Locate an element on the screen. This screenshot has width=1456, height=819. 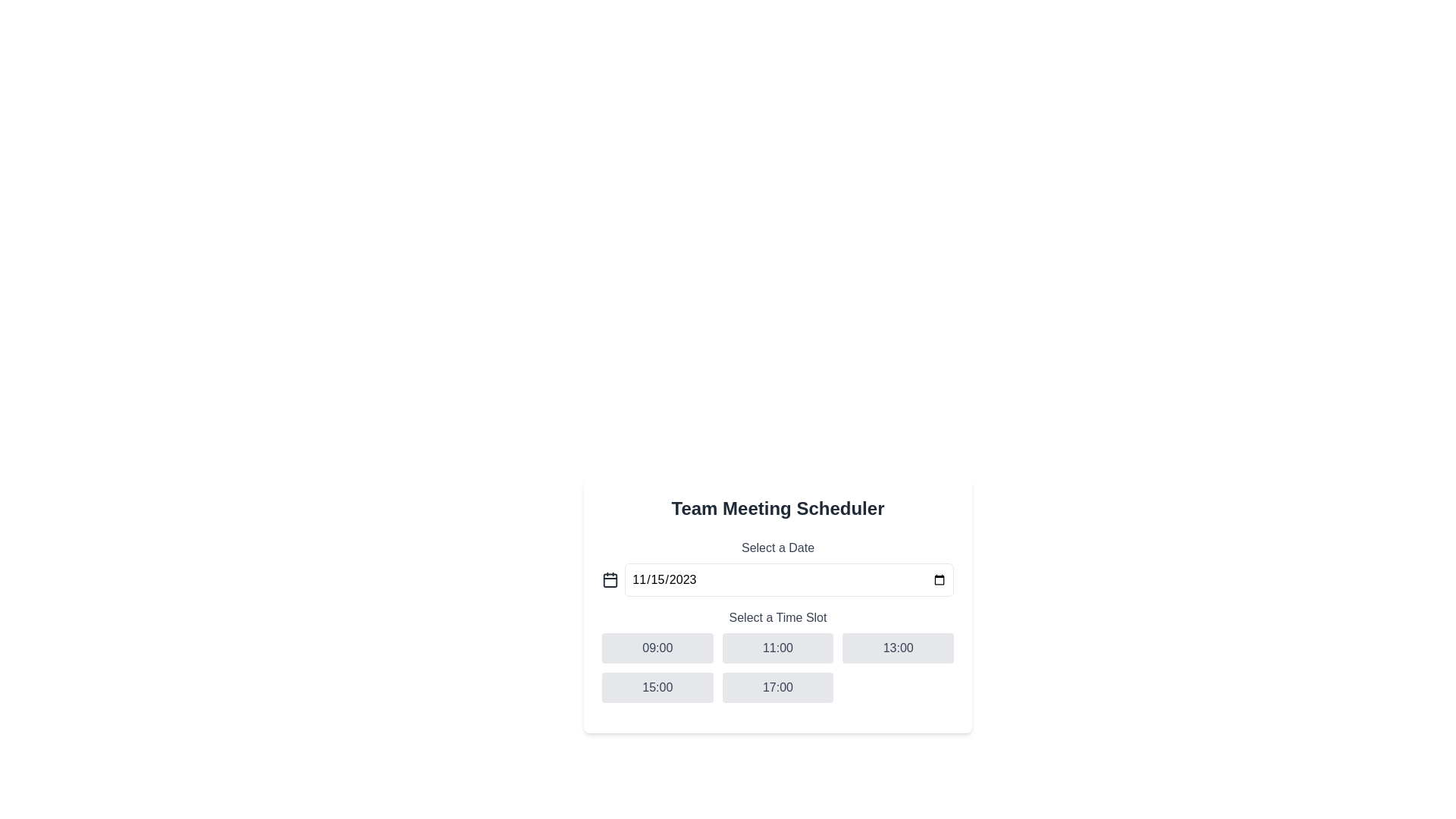
the button for selecting the '11:00' time slot in the scheduling interface is located at coordinates (778, 648).